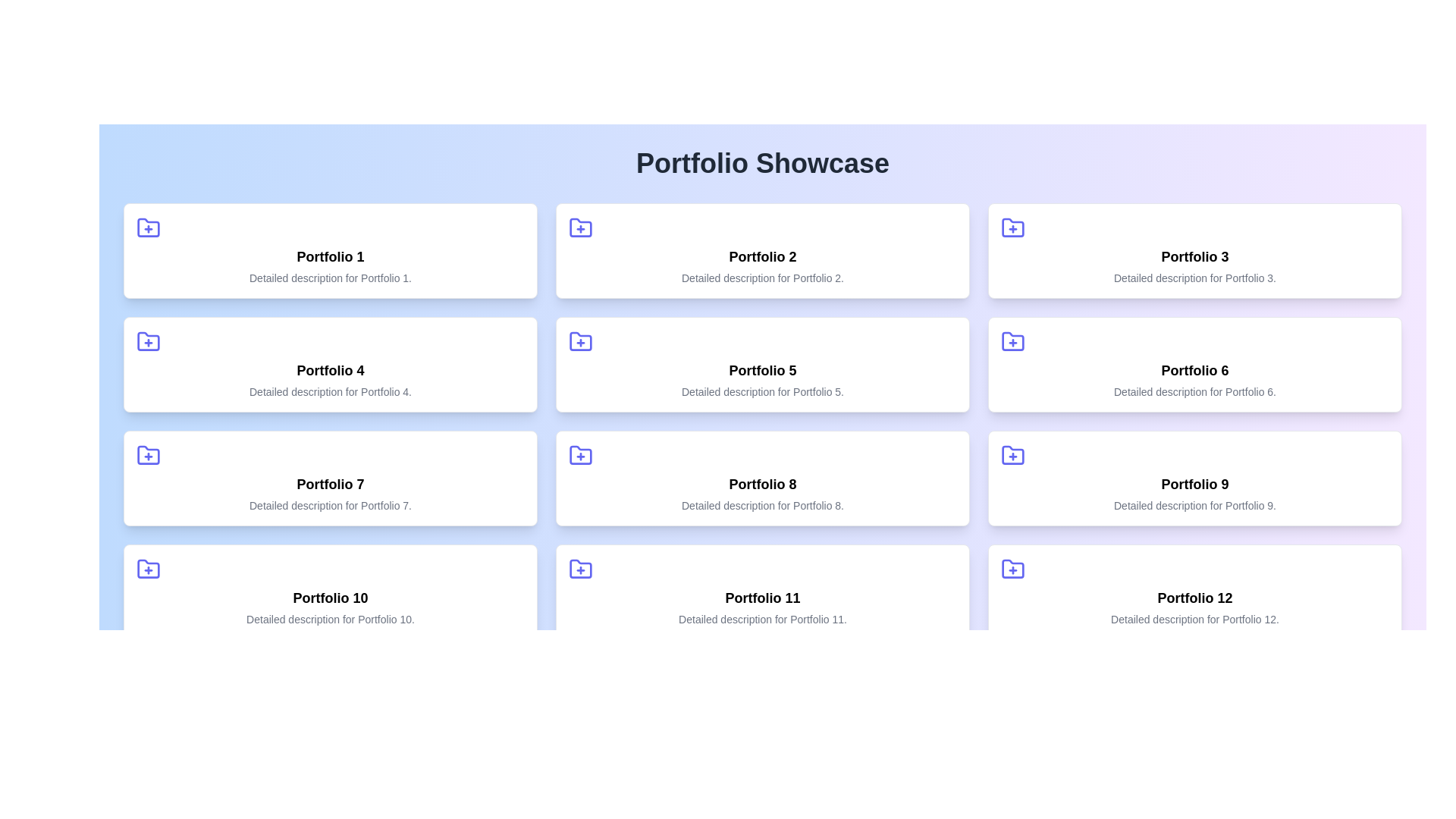 The image size is (1456, 819). What do you see at coordinates (580, 454) in the screenshot?
I see `the icon representing the ability to add new content or manage items related to Portfolio 8, located on the eighth portfolio card in the grid layout, to the left of the title 'Portfolio 8'` at bounding box center [580, 454].